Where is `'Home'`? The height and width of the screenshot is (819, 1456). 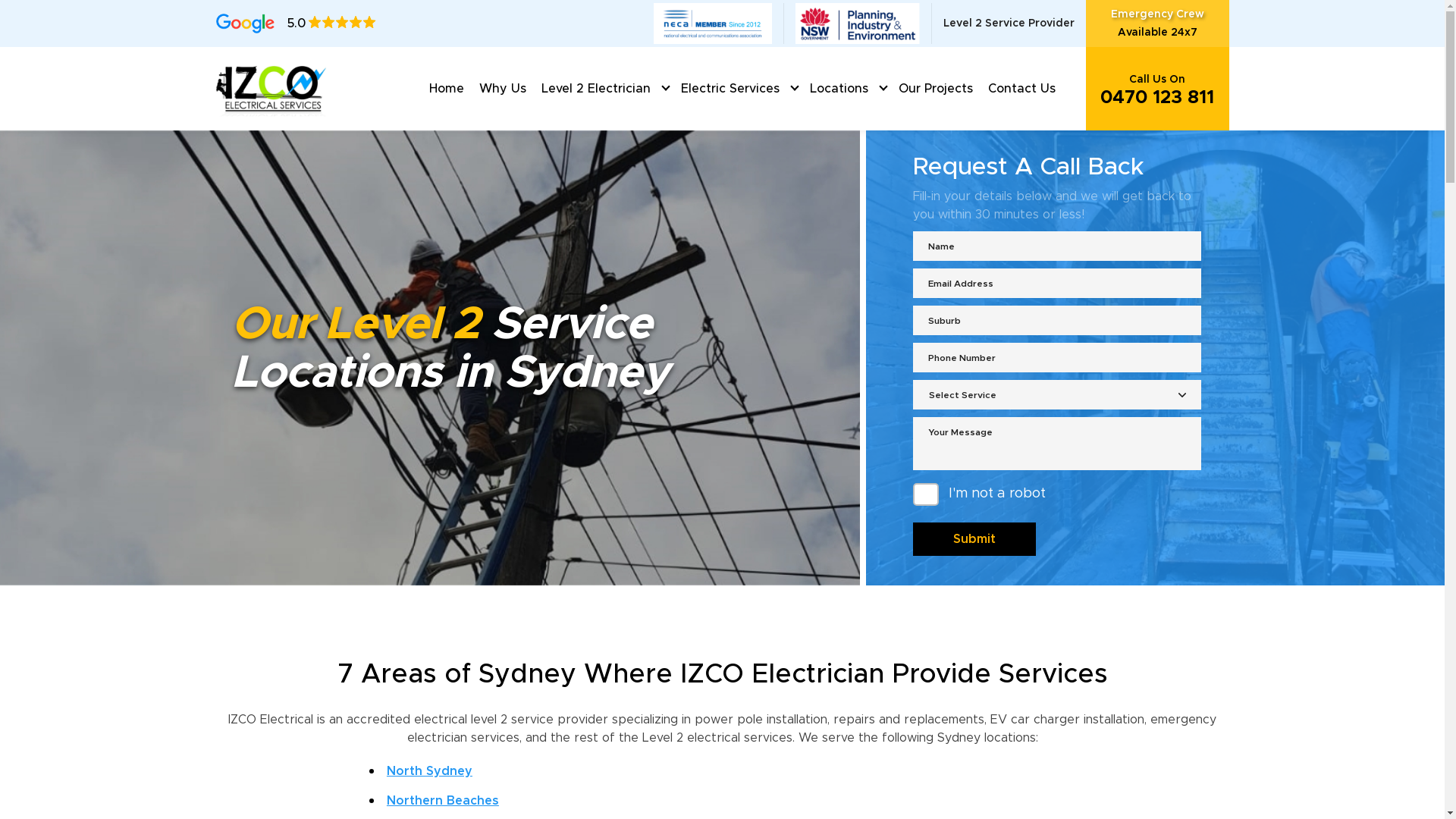
'Home' is located at coordinates (446, 88).